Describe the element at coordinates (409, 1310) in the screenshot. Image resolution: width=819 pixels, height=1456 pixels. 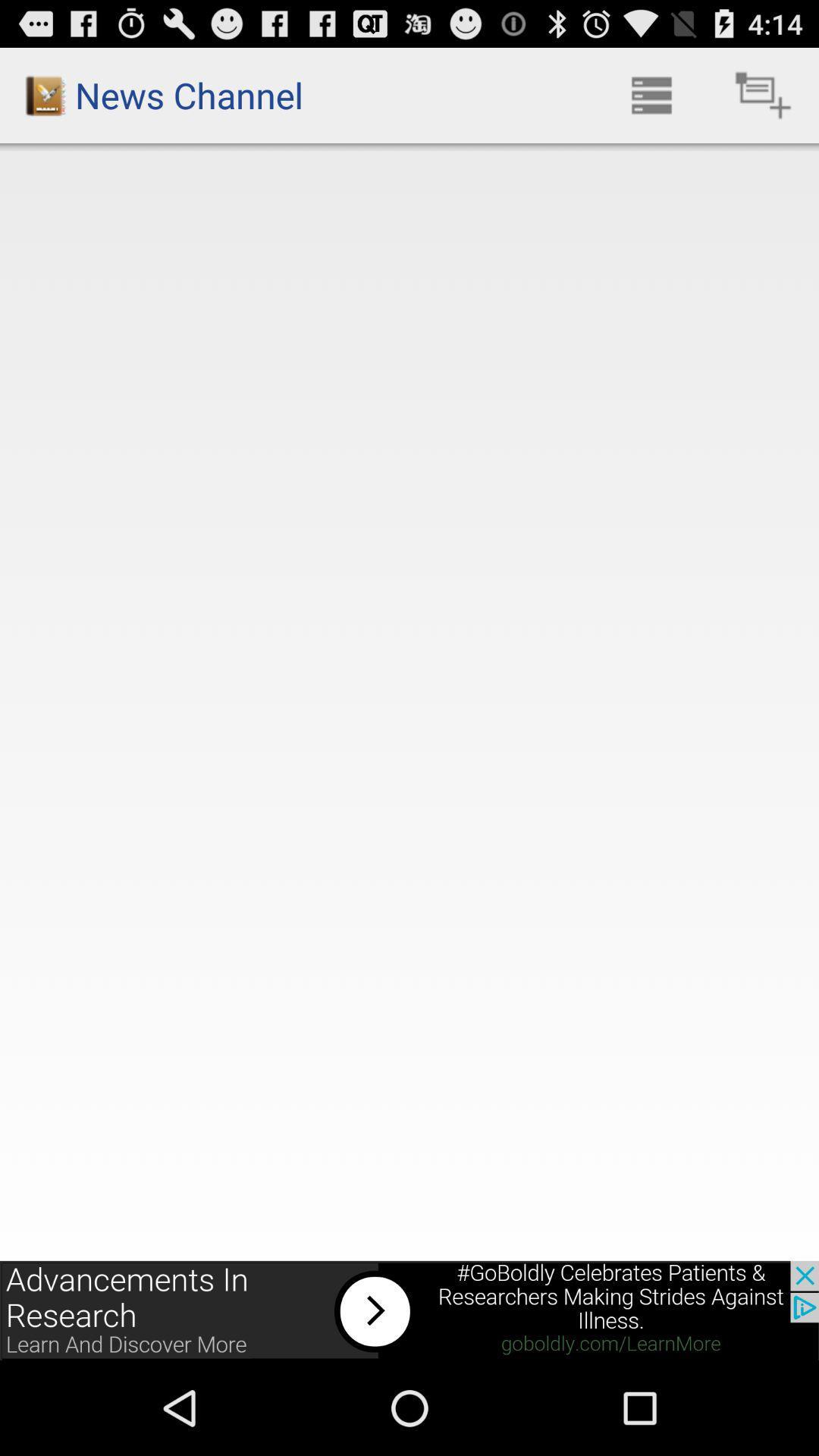
I see `open advertisement` at that location.